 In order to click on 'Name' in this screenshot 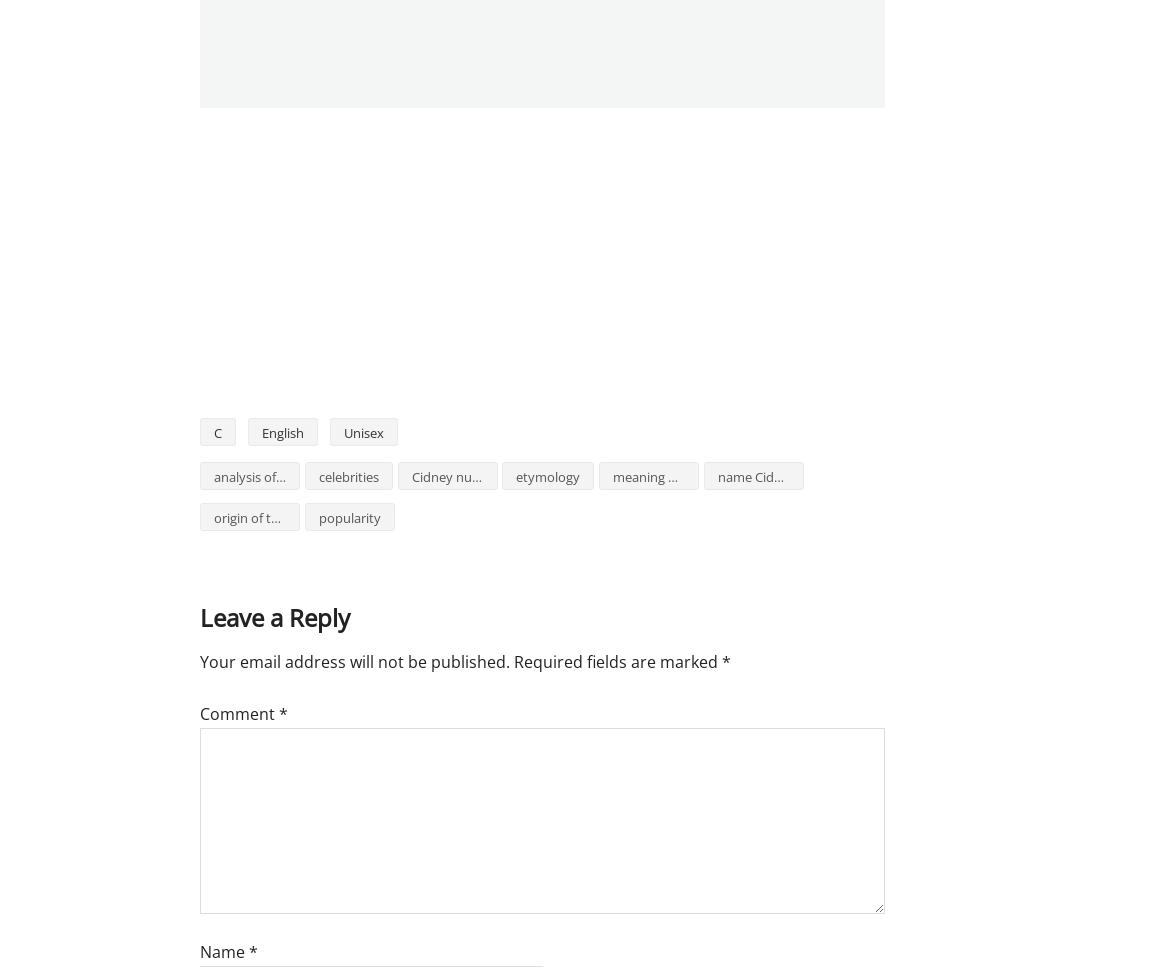, I will do `click(223, 951)`.